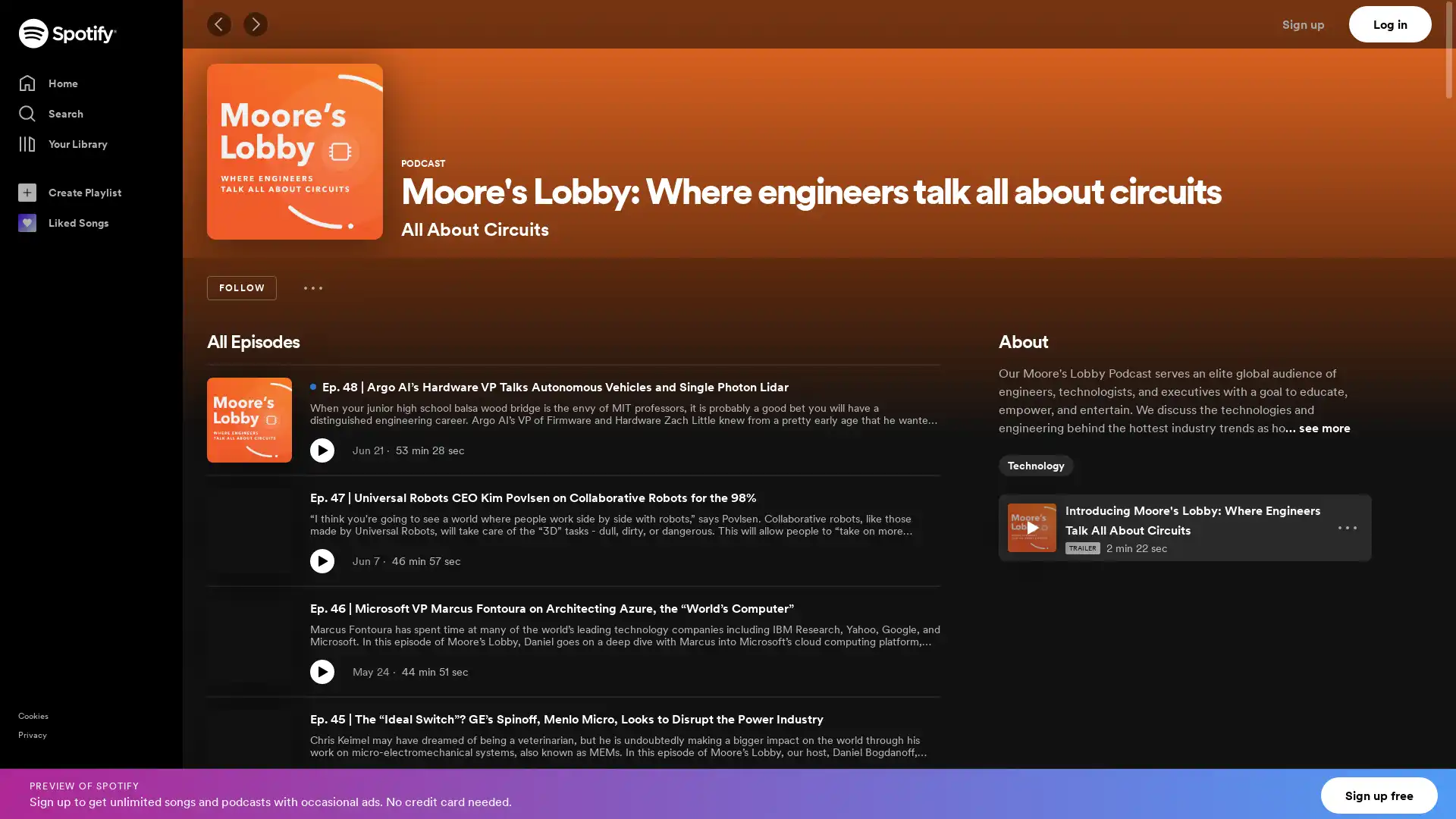 This screenshot has width=1456, height=819. What do you see at coordinates (322, 783) in the screenshot?
I see `Play Ep. 45 | The Ideal Switch? GEs Spinoff, Menlo Micro, Looks to Disrupt the Power Industry by Moore's Lobby: Where engineers talk all about circuits` at bounding box center [322, 783].